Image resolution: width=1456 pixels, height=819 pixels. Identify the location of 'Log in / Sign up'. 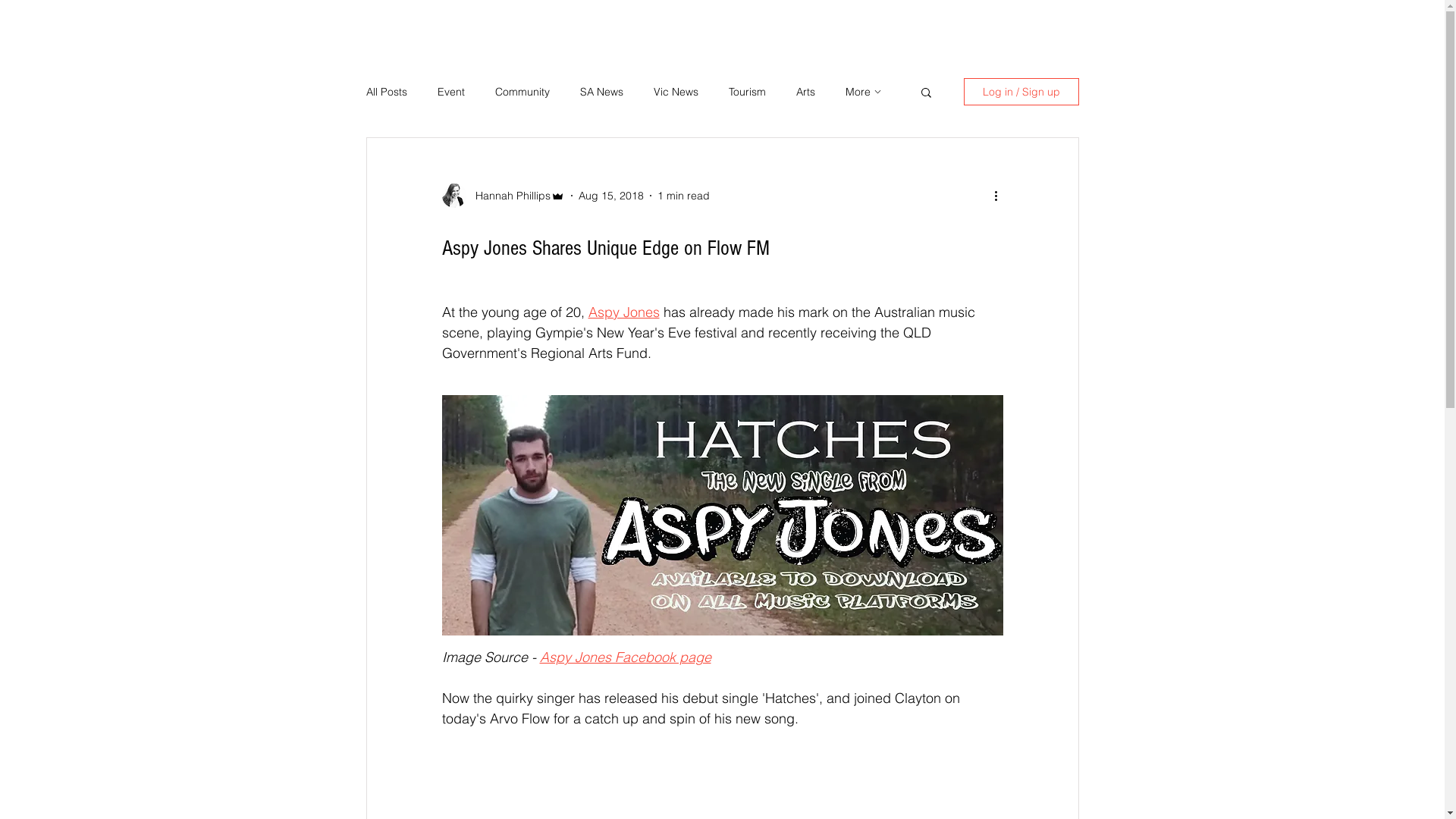
(962, 91).